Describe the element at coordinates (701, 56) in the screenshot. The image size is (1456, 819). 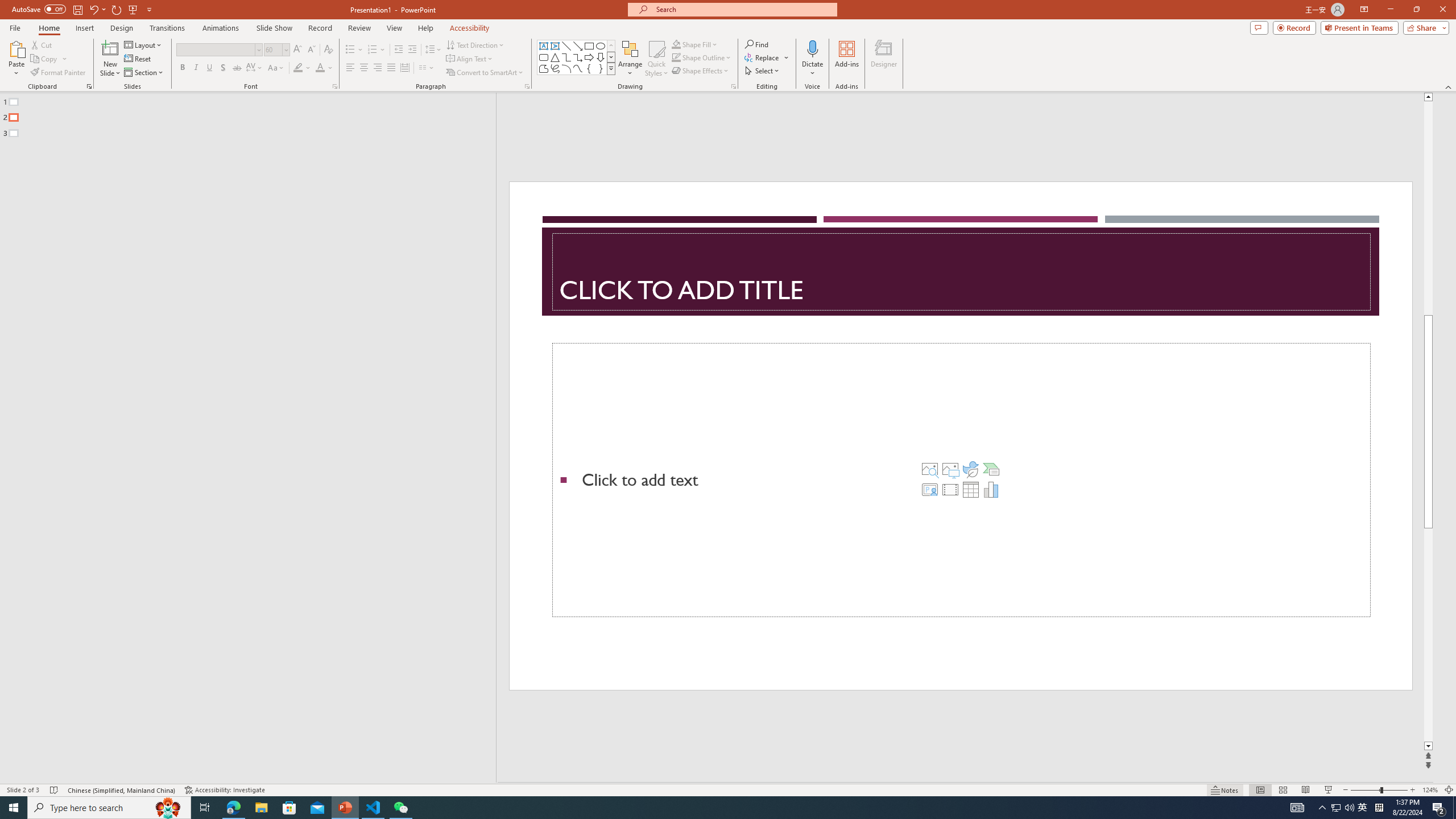
I see `'Shape Outline'` at that location.